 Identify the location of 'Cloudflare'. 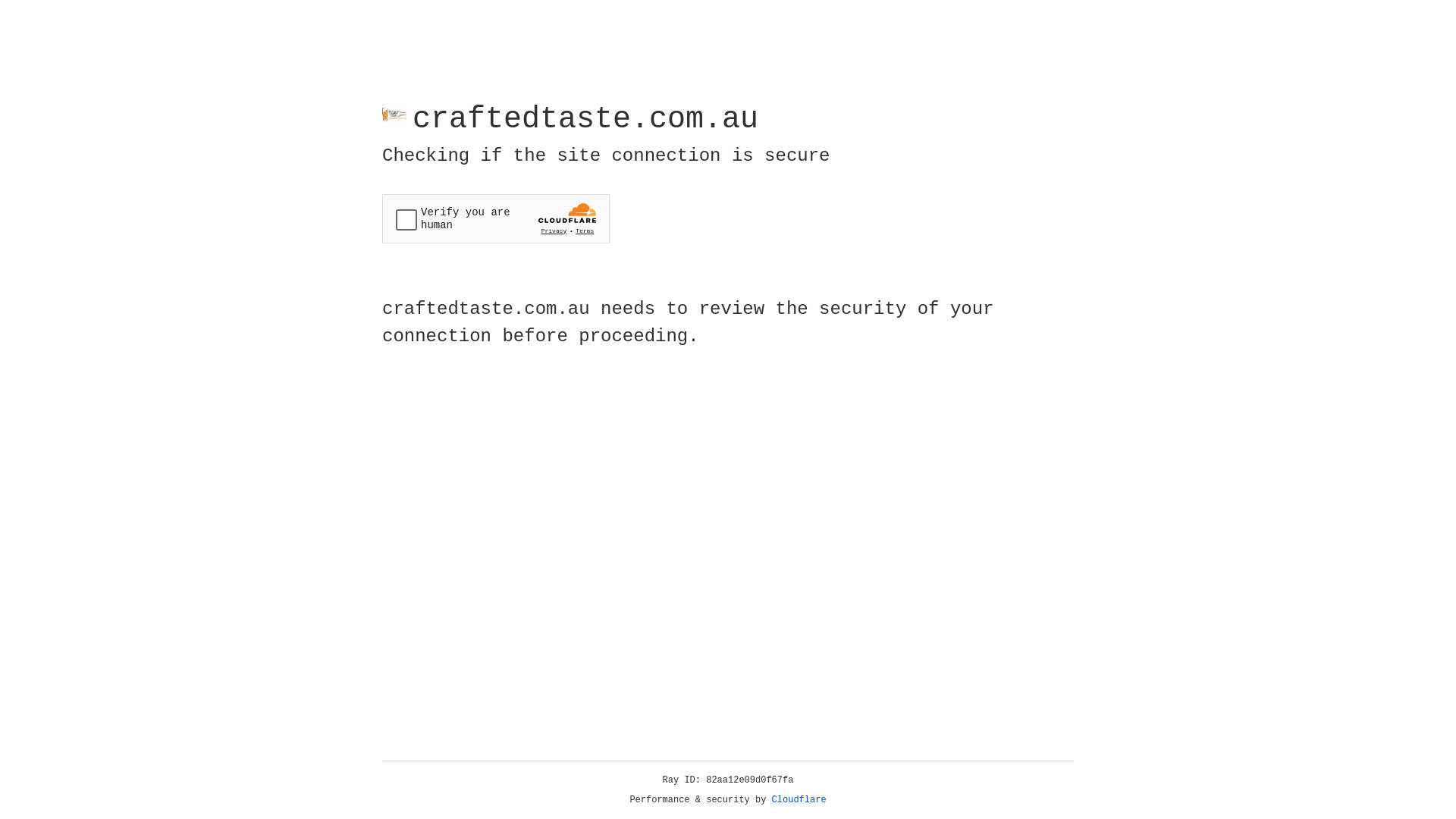
(799, 799).